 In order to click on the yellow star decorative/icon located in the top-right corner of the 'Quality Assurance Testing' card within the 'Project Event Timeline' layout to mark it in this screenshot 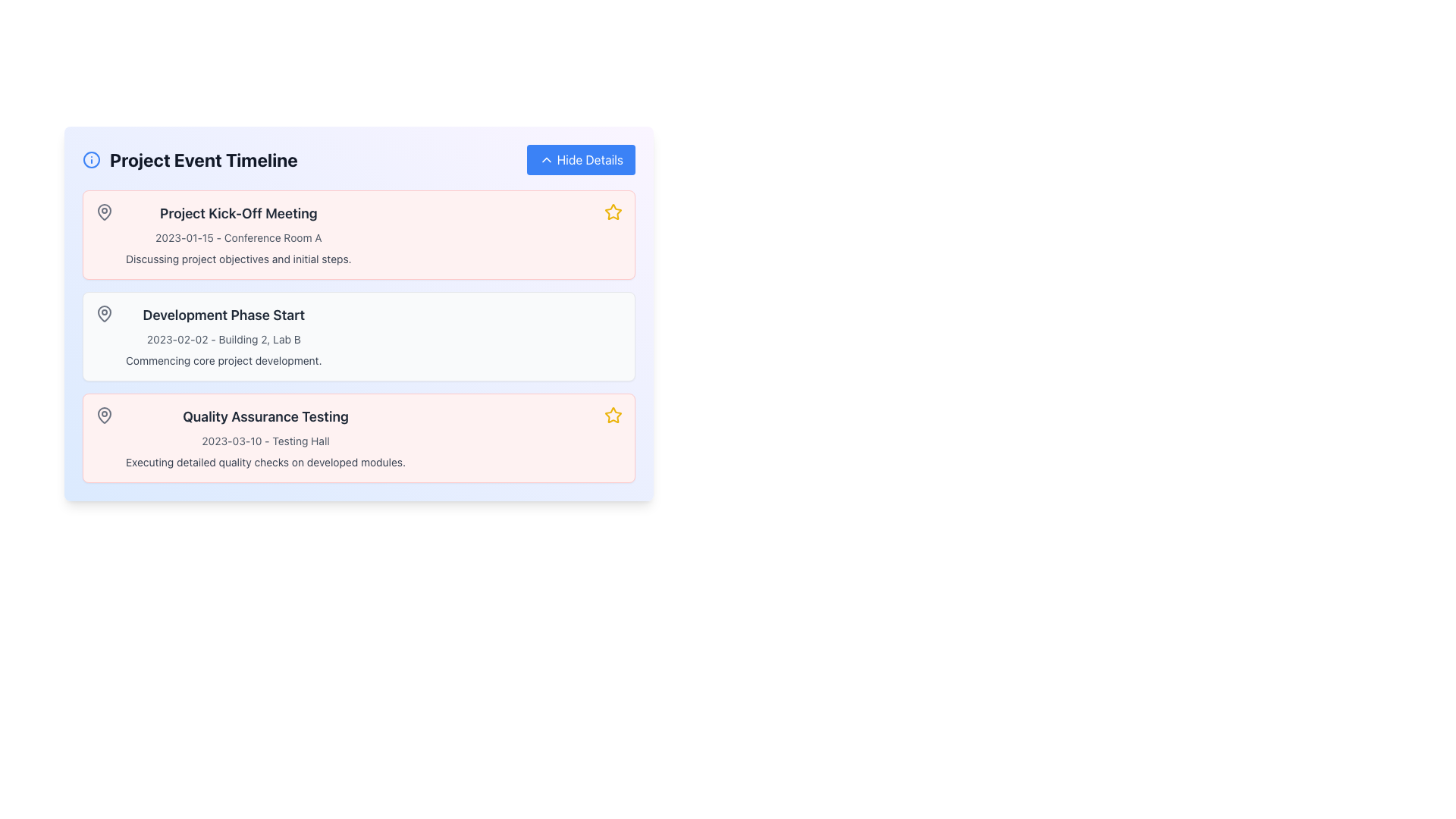, I will do `click(613, 415)`.